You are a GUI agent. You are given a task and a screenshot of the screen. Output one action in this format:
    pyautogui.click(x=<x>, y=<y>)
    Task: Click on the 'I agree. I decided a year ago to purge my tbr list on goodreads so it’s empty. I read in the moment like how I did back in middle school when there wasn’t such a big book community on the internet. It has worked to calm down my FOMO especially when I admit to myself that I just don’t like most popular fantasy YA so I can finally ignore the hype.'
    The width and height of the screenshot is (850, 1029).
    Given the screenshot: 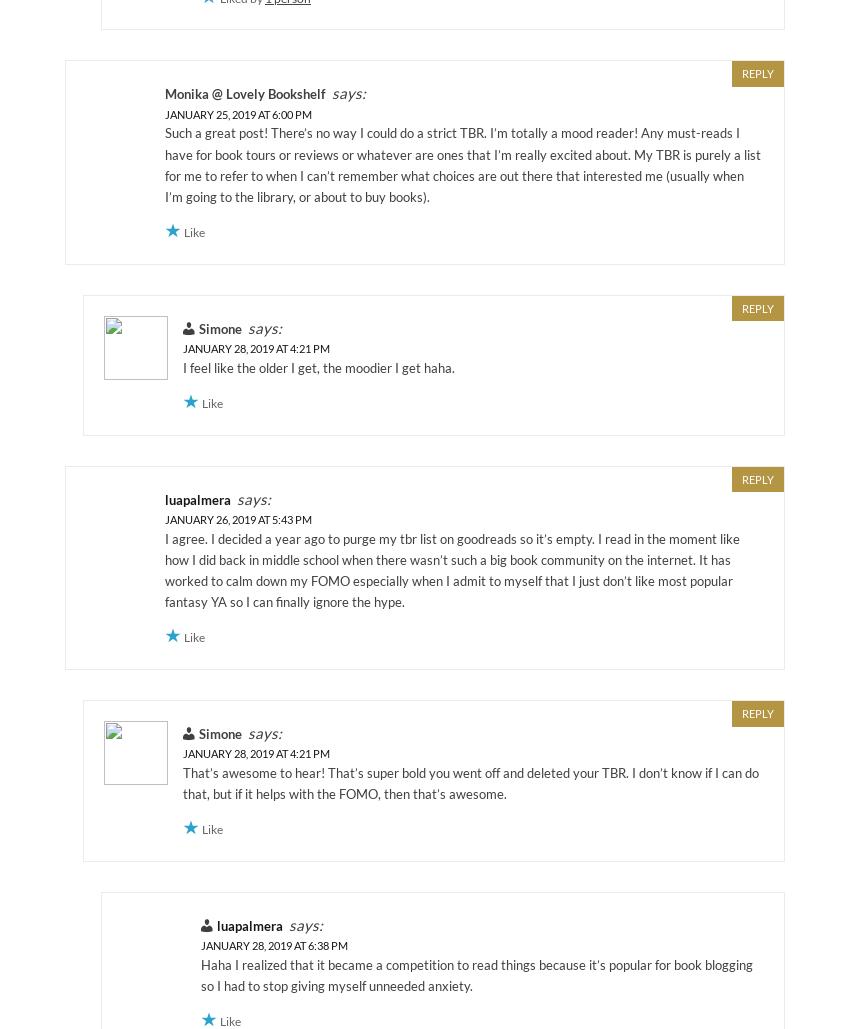 What is the action you would take?
    pyautogui.click(x=451, y=568)
    